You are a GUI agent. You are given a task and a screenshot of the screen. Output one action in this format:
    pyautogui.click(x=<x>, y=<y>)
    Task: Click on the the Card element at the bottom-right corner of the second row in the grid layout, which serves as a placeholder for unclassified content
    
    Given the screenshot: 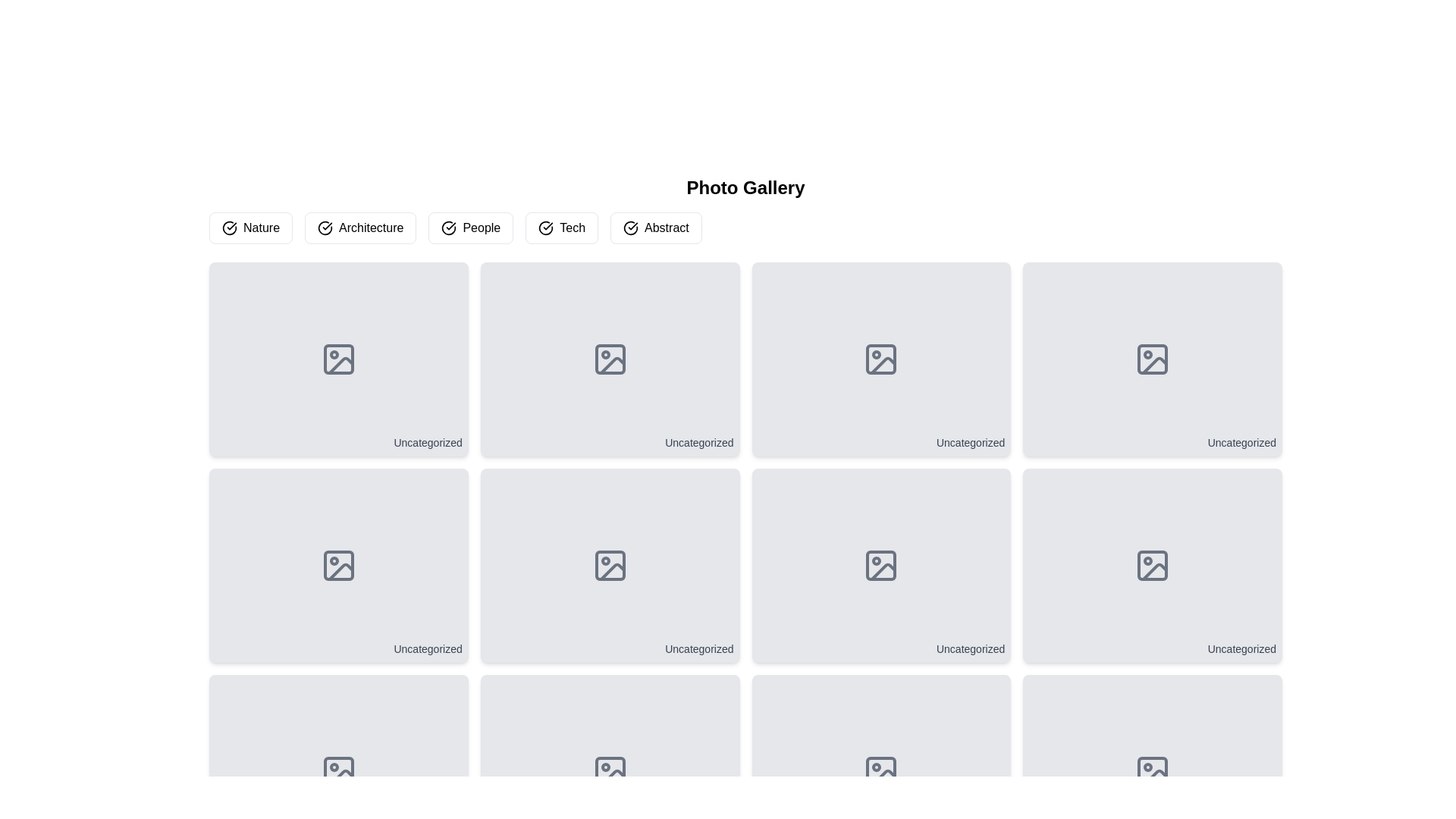 What is the action you would take?
    pyautogui.click(x=1153, y=565)
    